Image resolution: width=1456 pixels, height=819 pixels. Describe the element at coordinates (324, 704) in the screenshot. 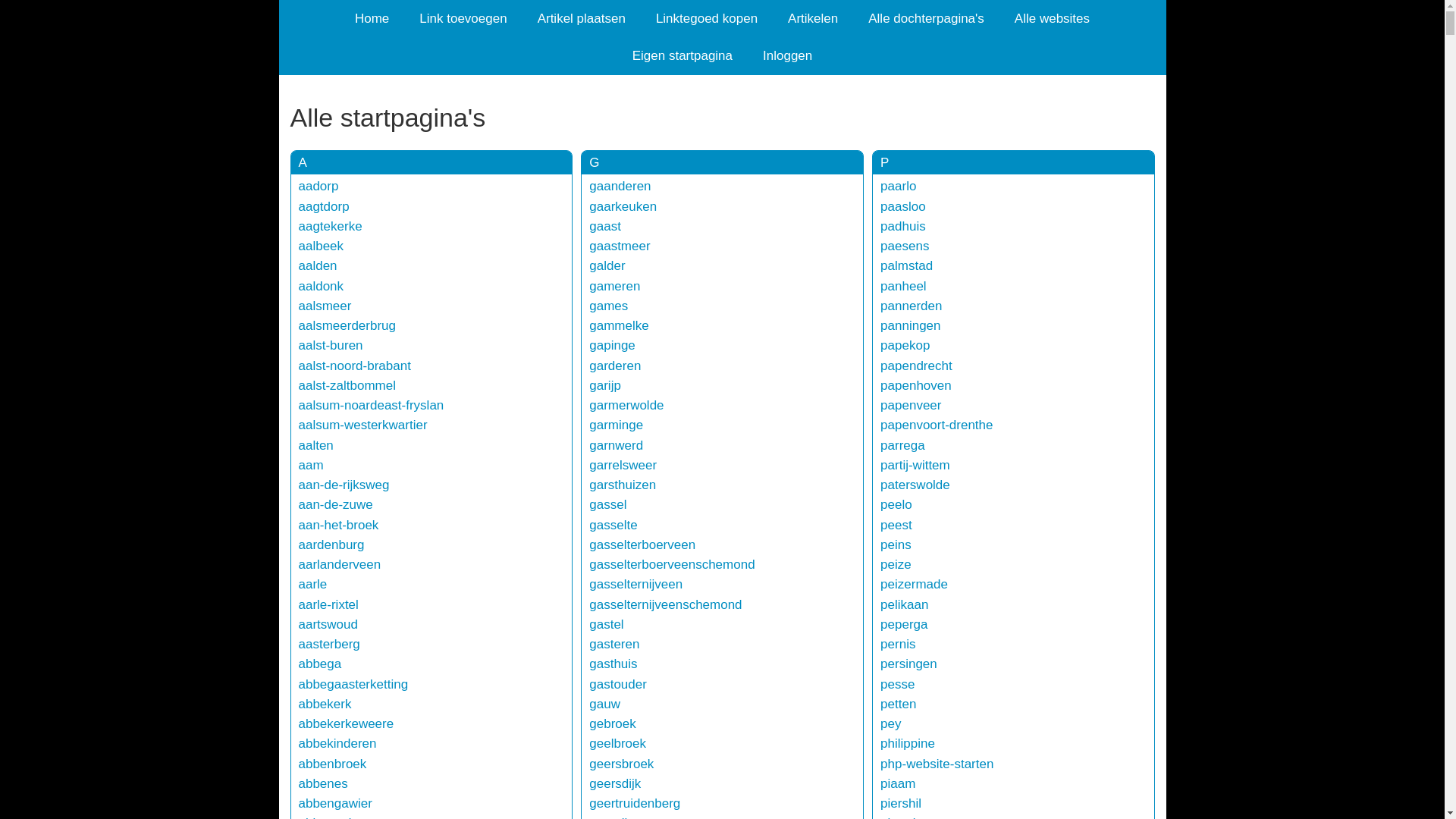

I see `'abbekerk'` at that location.